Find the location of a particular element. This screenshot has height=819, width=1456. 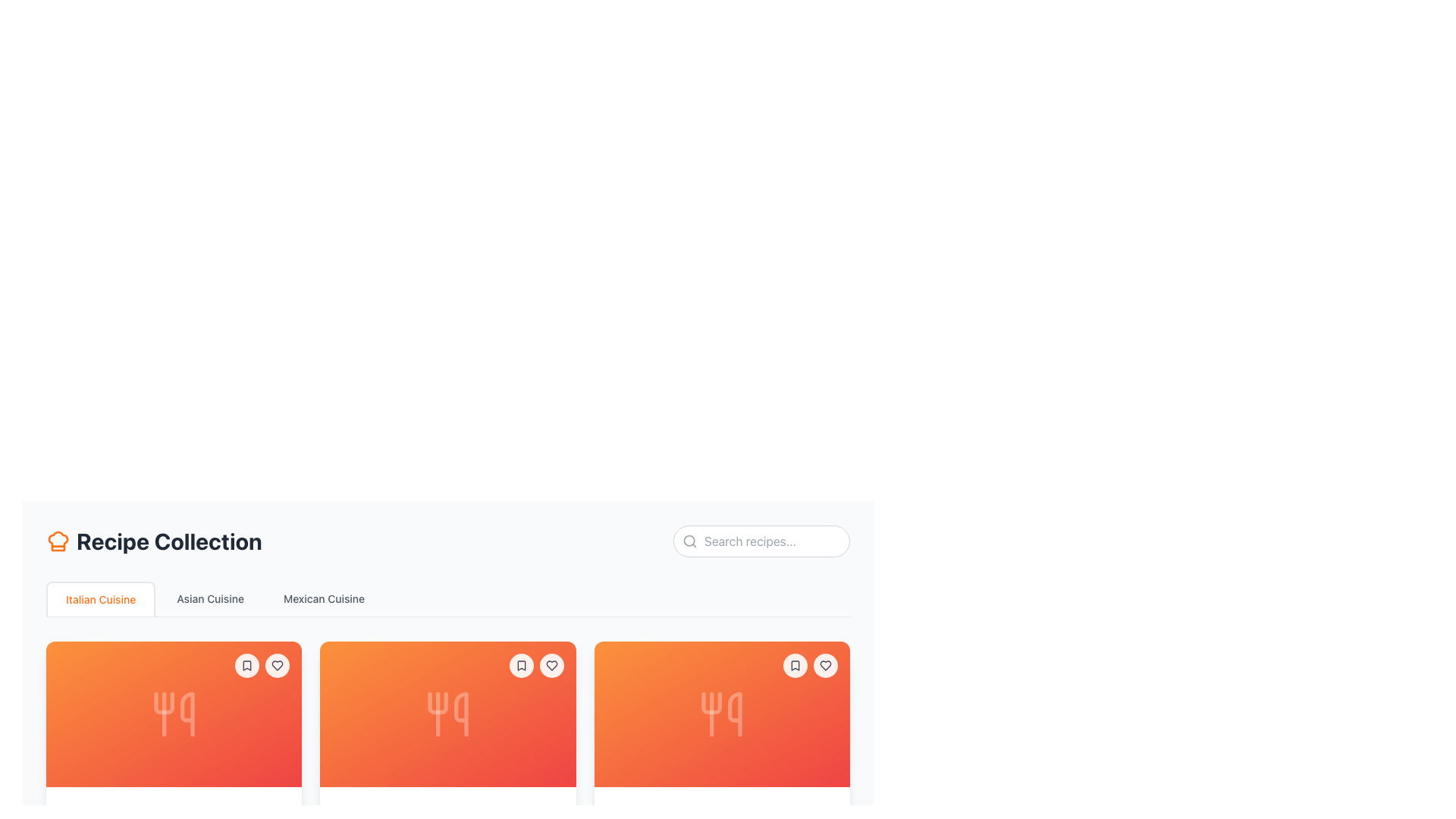

the heart button in the interactive button group located in the top-right corner of the card to like the item is located at coordinates (810, 665).